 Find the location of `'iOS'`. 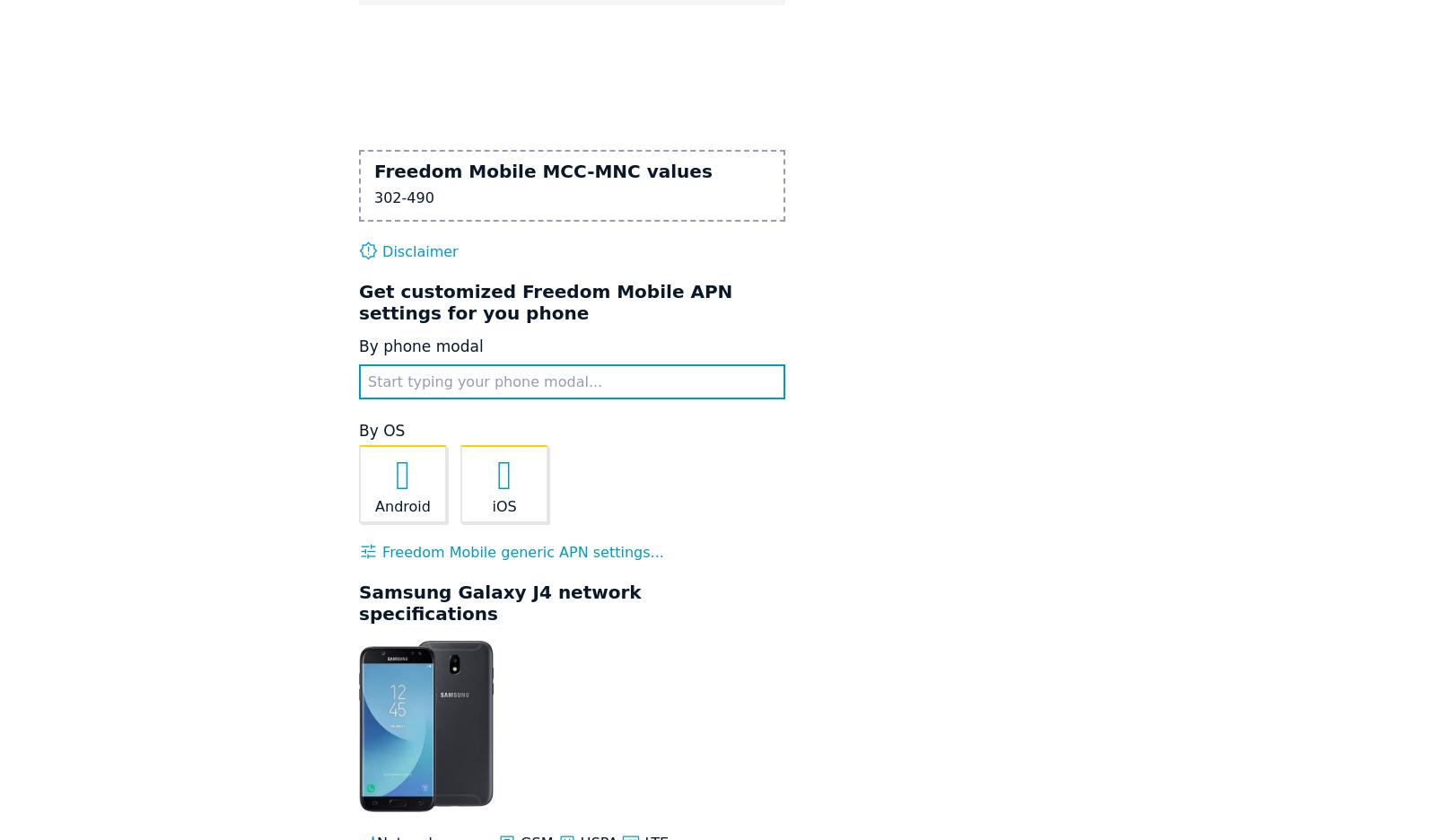

'iOS' is located at coordinates (503, 504).